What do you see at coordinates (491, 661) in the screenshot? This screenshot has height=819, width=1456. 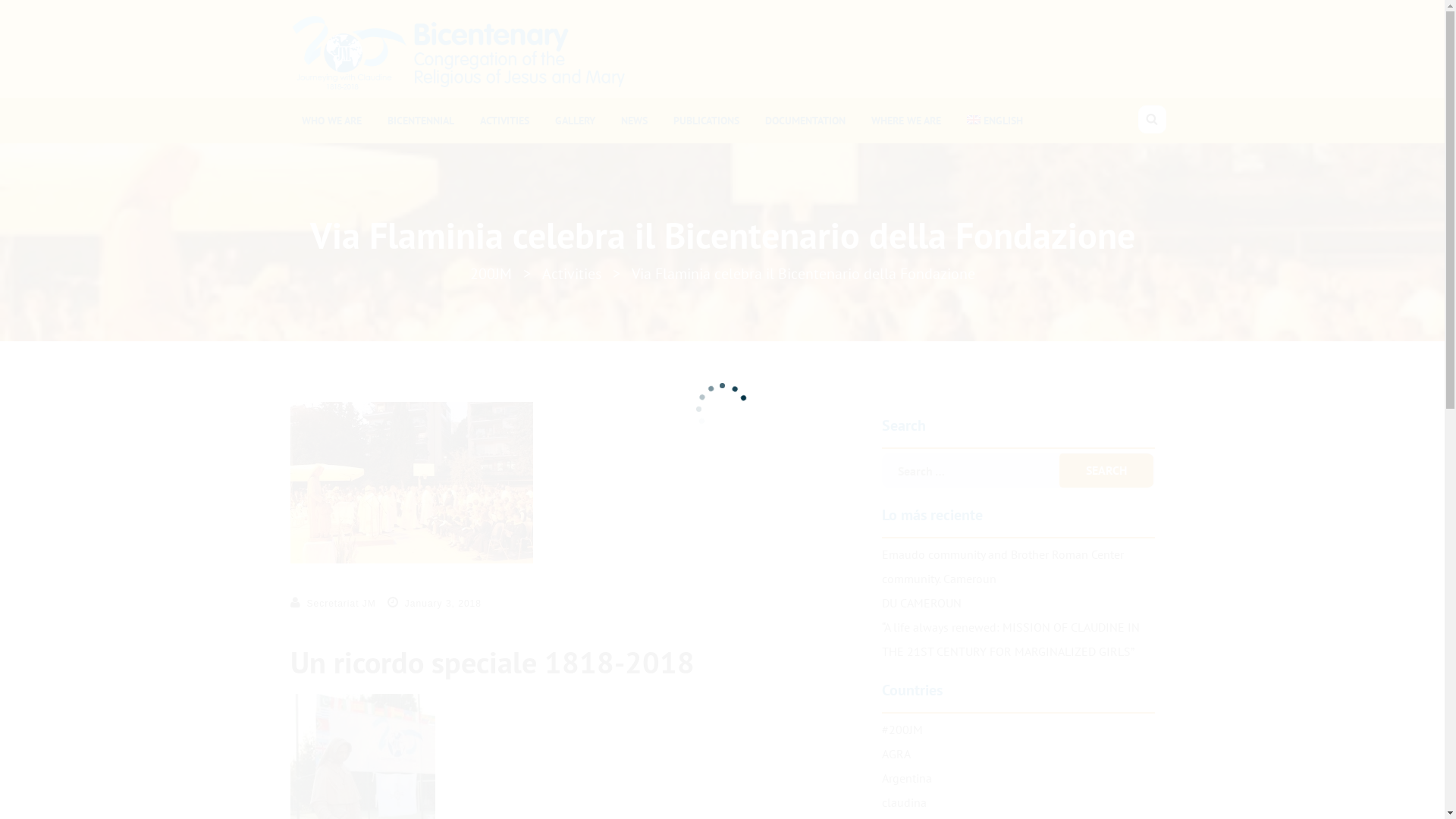 I see `'Un ricordo speciale 1818-2018'` at bounding box center [491, 661].